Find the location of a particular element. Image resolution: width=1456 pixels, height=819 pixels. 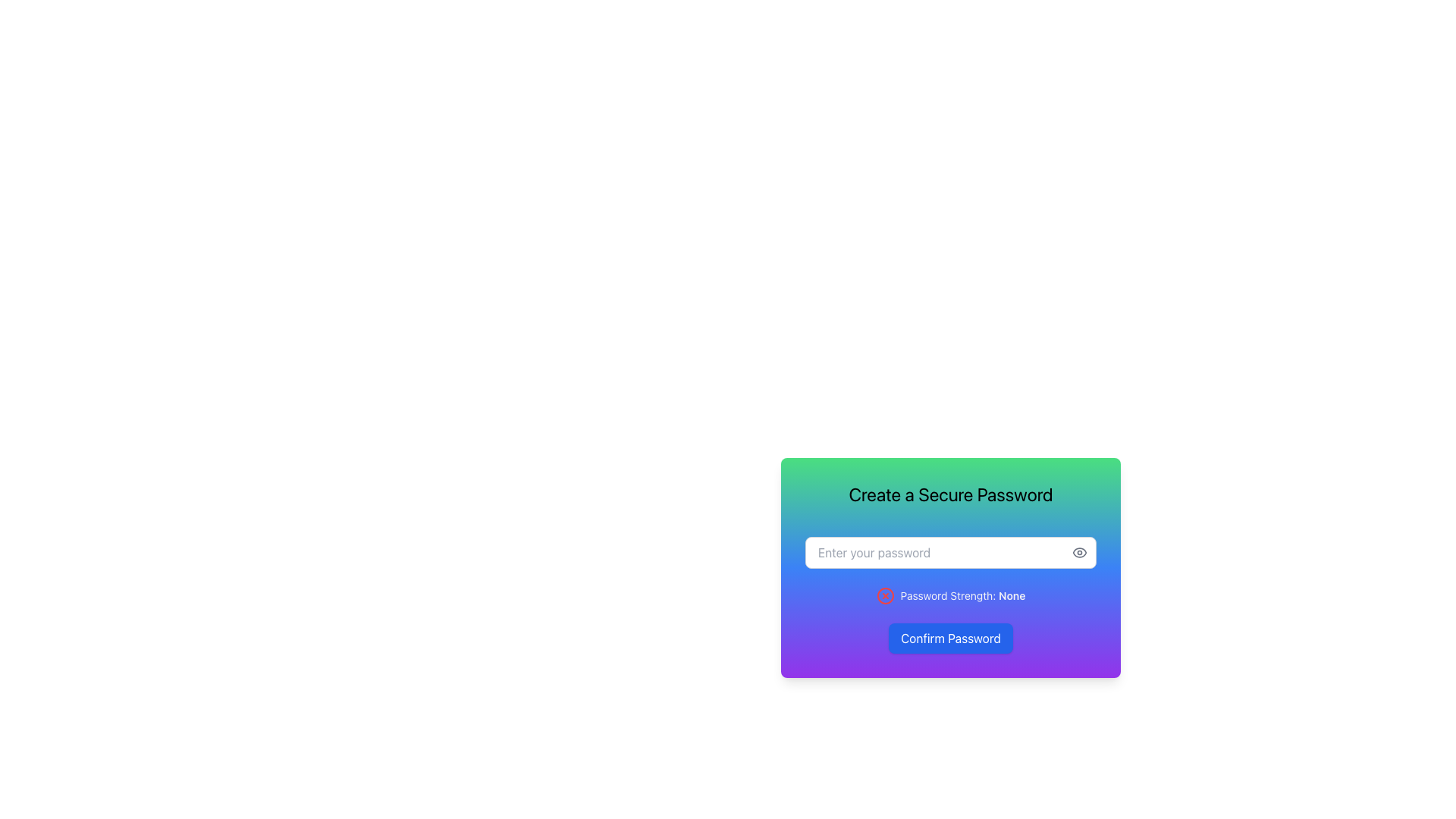

the password strength indicator icon located to the left of the text 'Password Strength: None' below the password input field is located at coordinates (885, 595).